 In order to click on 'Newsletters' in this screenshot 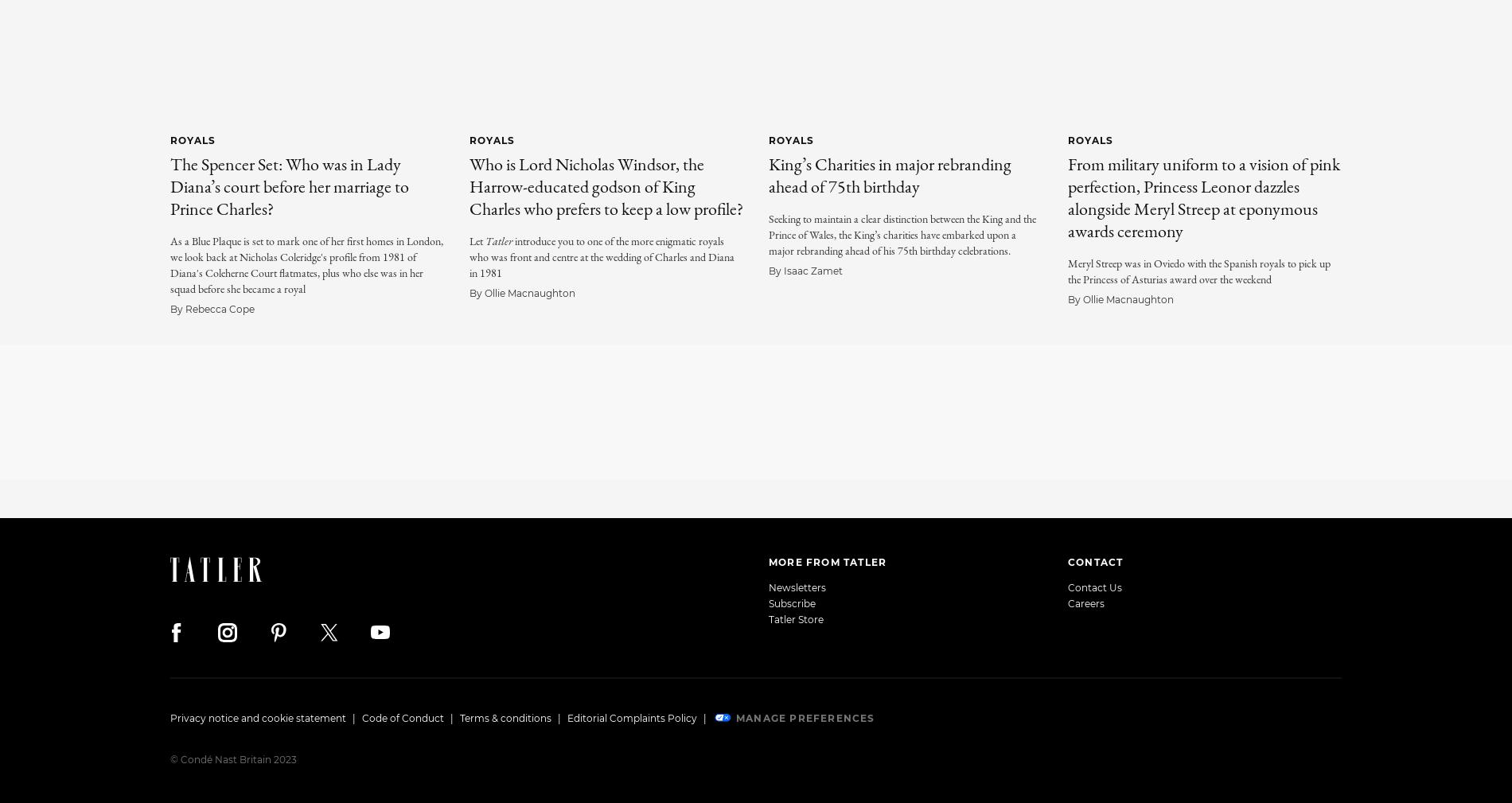, I will do `click(797, 587)`.